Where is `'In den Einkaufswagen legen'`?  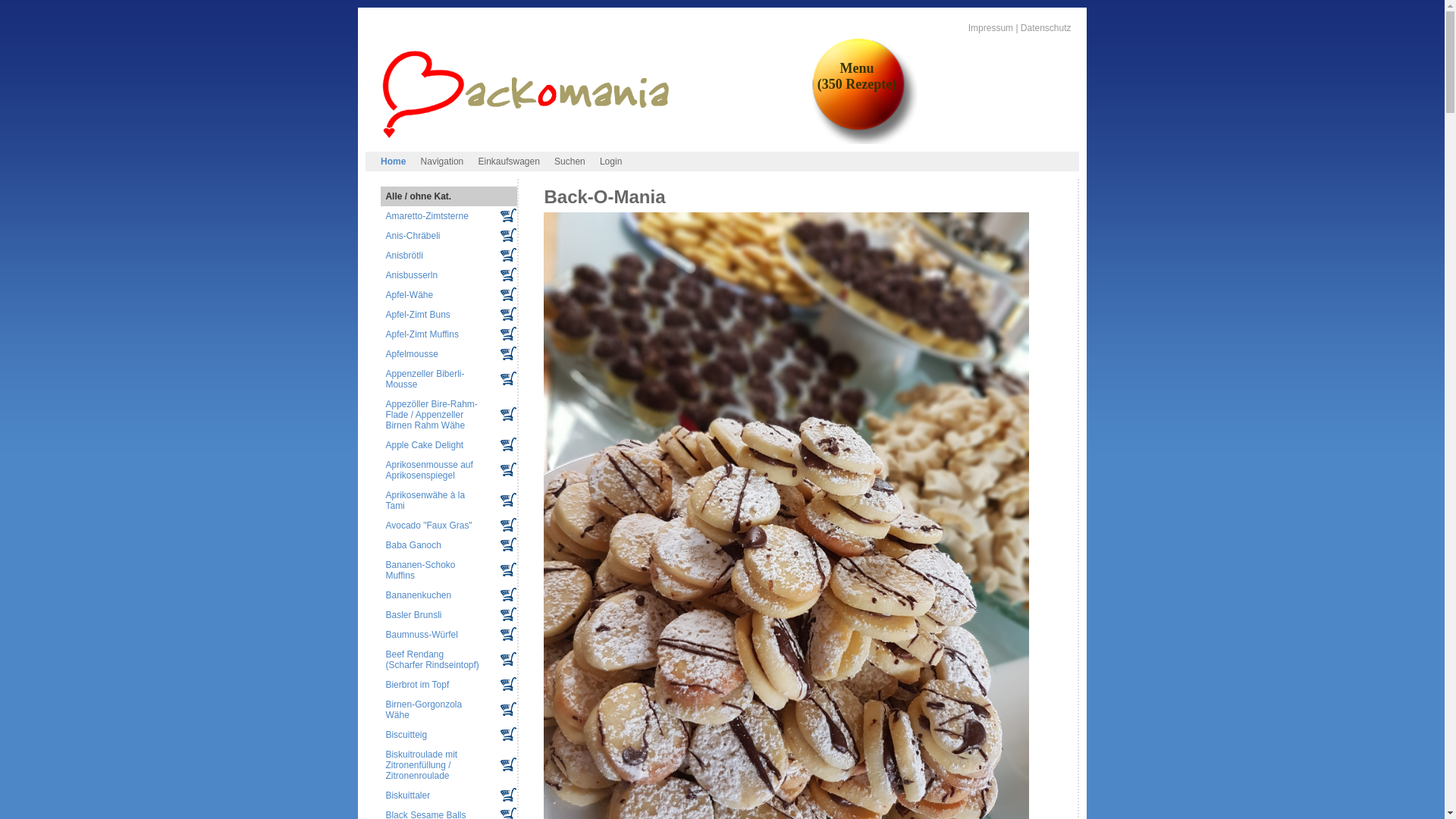
'In den Einkaufswagen legen' is located at coordinates (508, 570).